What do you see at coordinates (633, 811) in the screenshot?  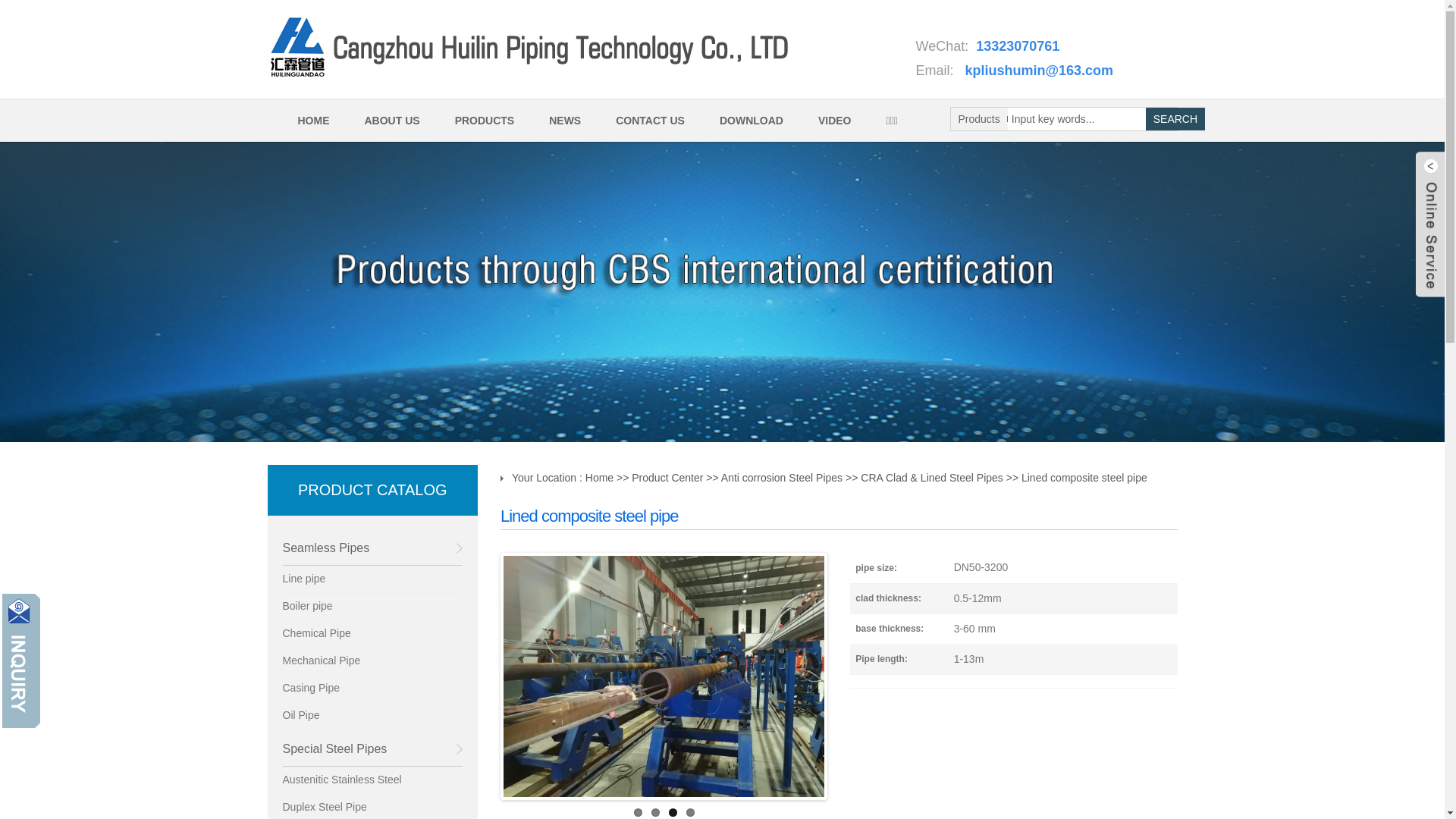 I see `'1'` at bounding box center [633, 811].